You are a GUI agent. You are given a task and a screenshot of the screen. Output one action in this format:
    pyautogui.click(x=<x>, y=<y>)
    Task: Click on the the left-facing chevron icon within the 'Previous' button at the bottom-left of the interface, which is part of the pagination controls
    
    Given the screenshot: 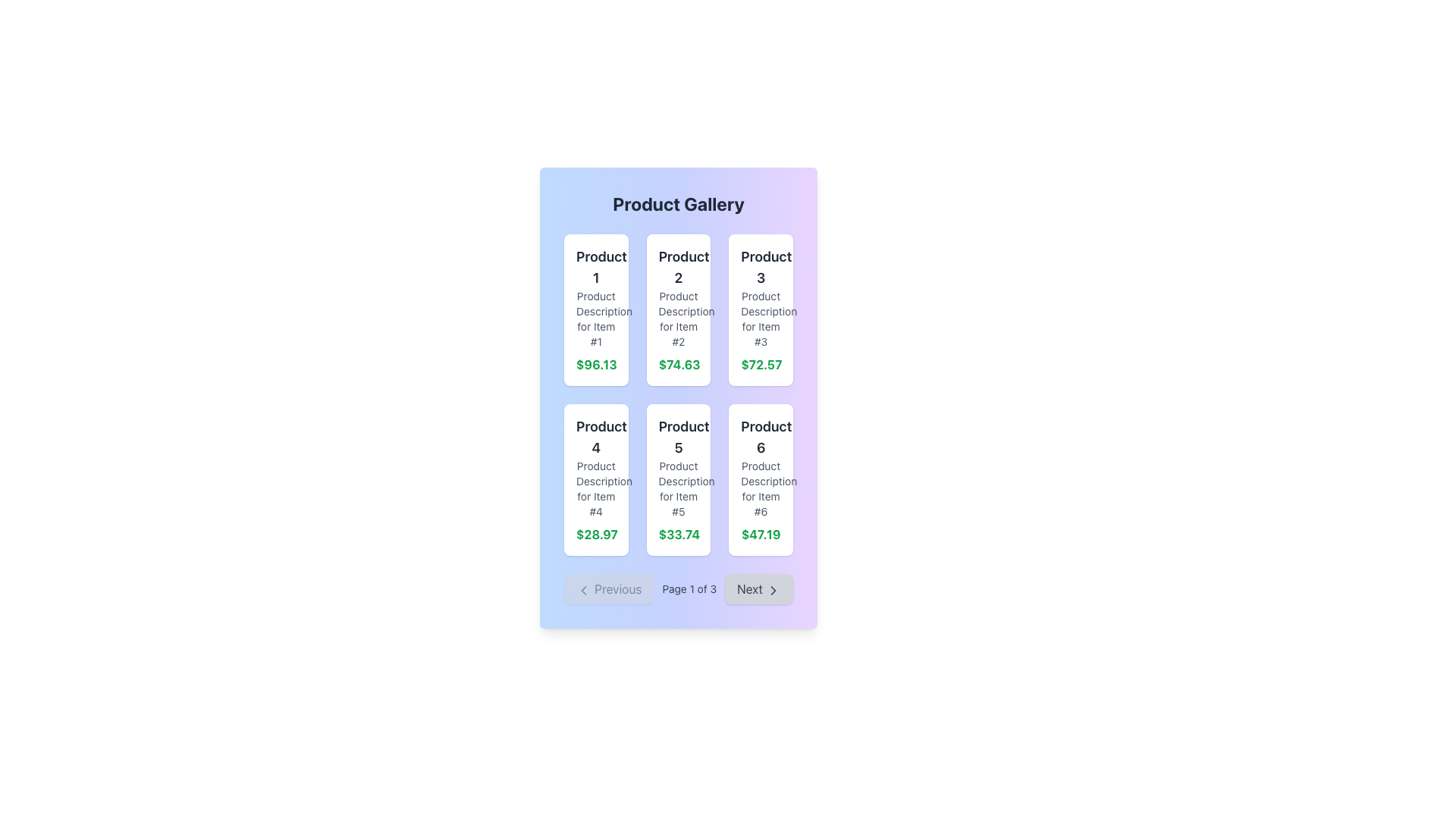 What is the action you would take?
    pyautogui.click(x=582, y=589)
    